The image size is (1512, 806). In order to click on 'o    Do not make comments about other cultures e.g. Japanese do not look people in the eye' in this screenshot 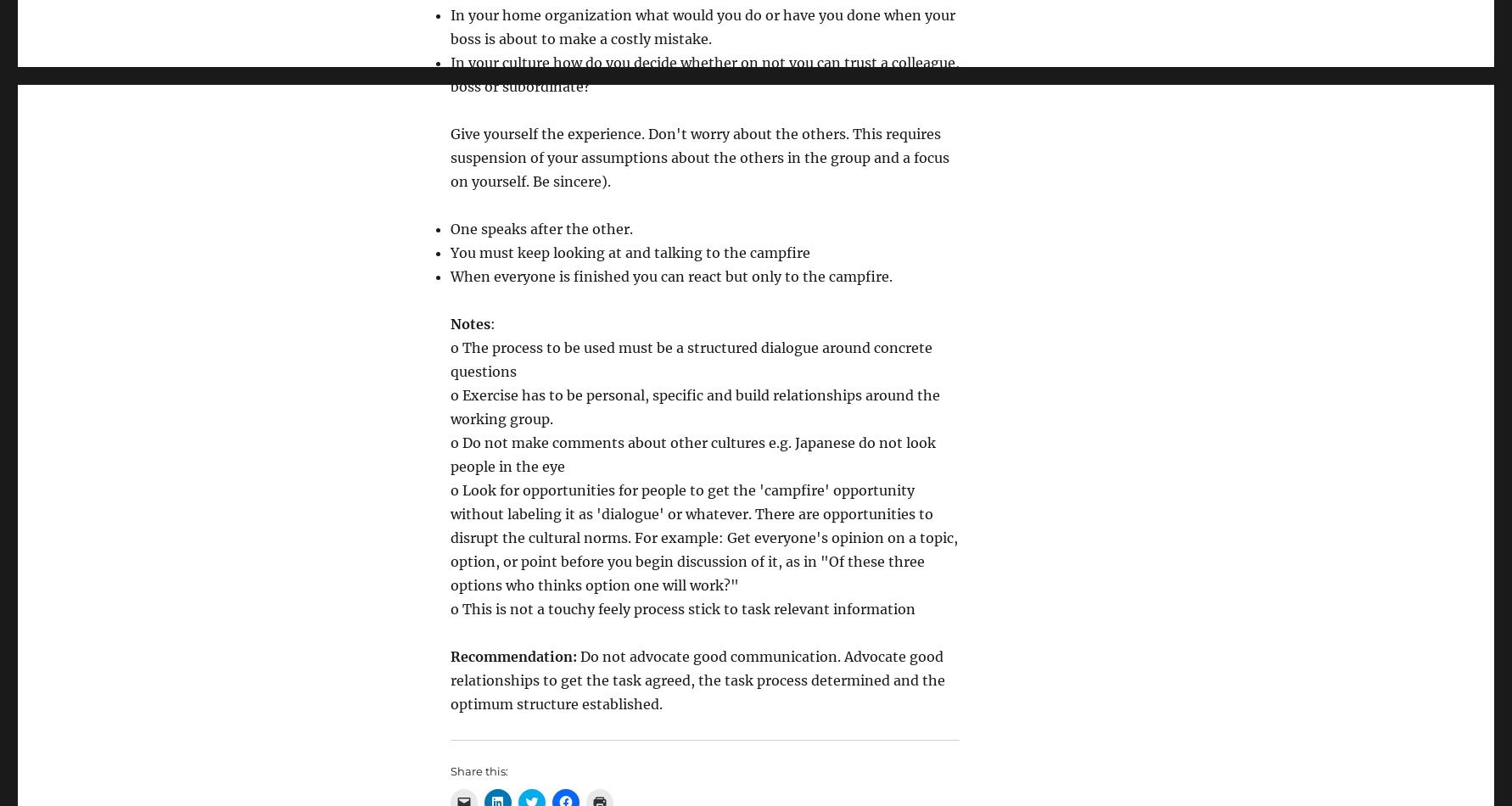, I will do `click(692, 454)`.